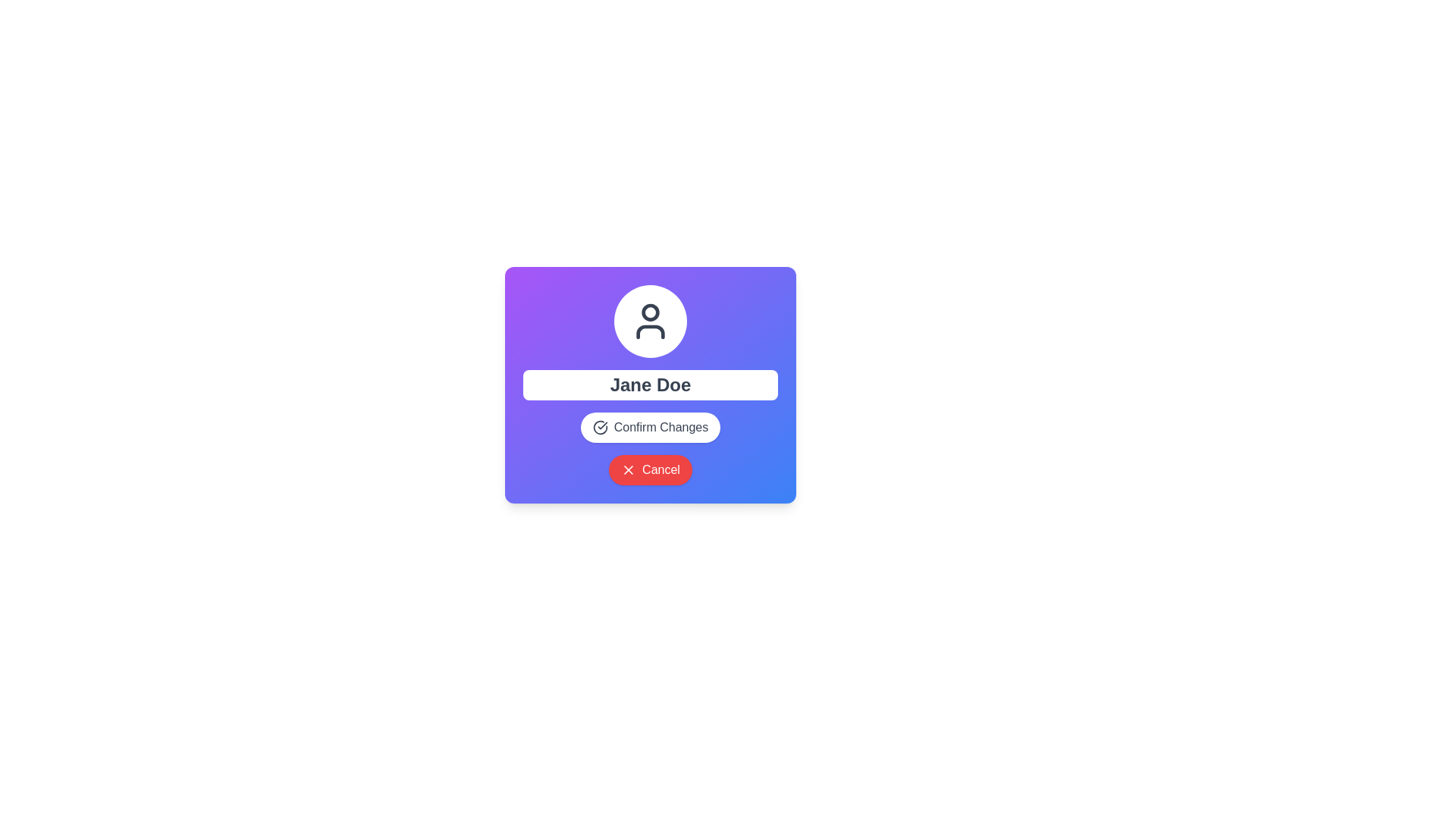  What do you see at coordinates (651, 321) in the screenshot?
I see `the user avatar icon located at the top of the card, which is represented by a circular background and is positioned directly above the text input field displaying 'Jane Doe'` at bounding box center [651, 321].